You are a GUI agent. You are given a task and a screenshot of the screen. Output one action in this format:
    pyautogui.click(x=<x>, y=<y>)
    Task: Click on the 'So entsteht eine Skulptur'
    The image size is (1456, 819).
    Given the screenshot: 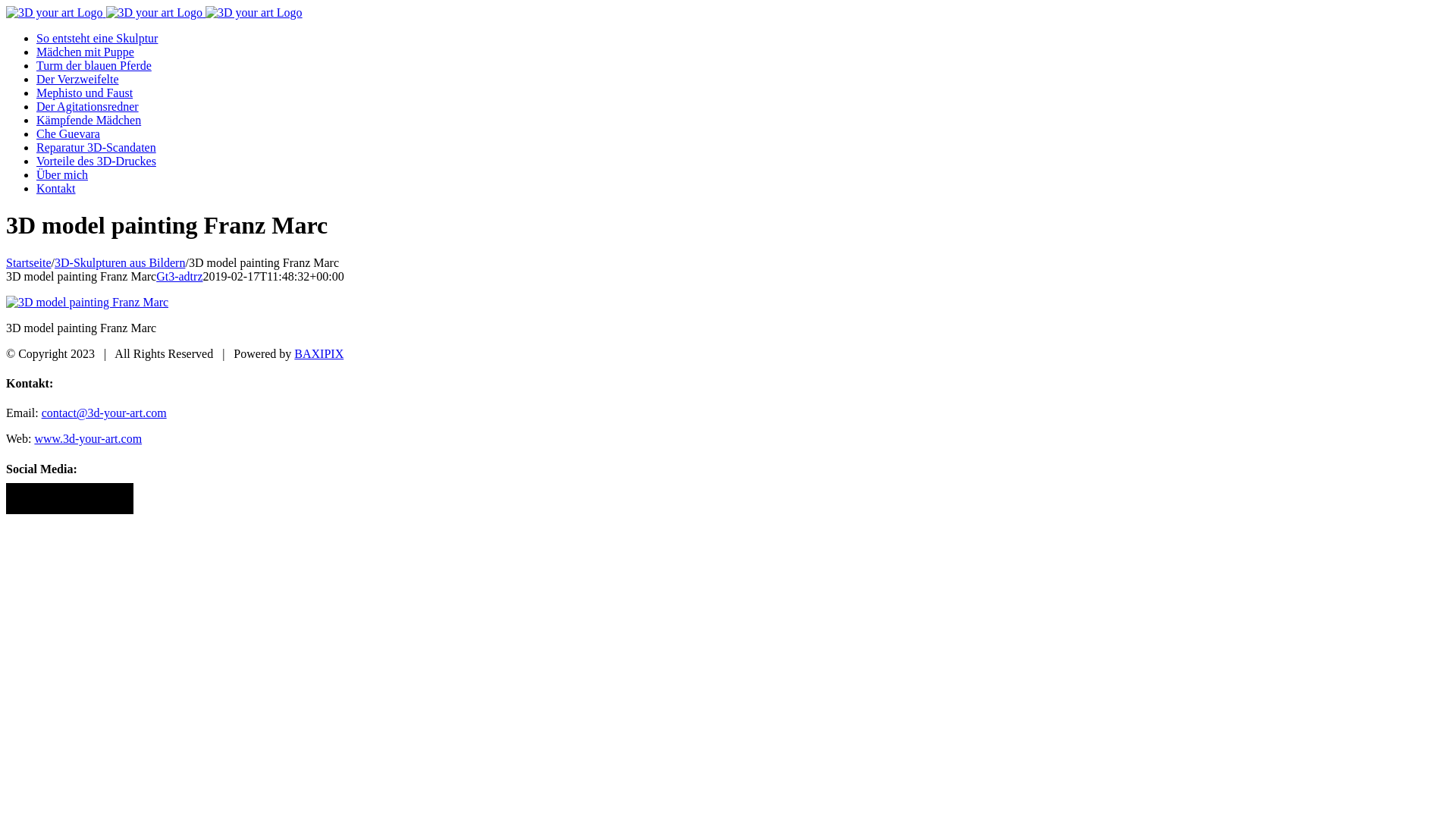 What is the action you would take?
    pyautogui.click(x=96, y=37)
    